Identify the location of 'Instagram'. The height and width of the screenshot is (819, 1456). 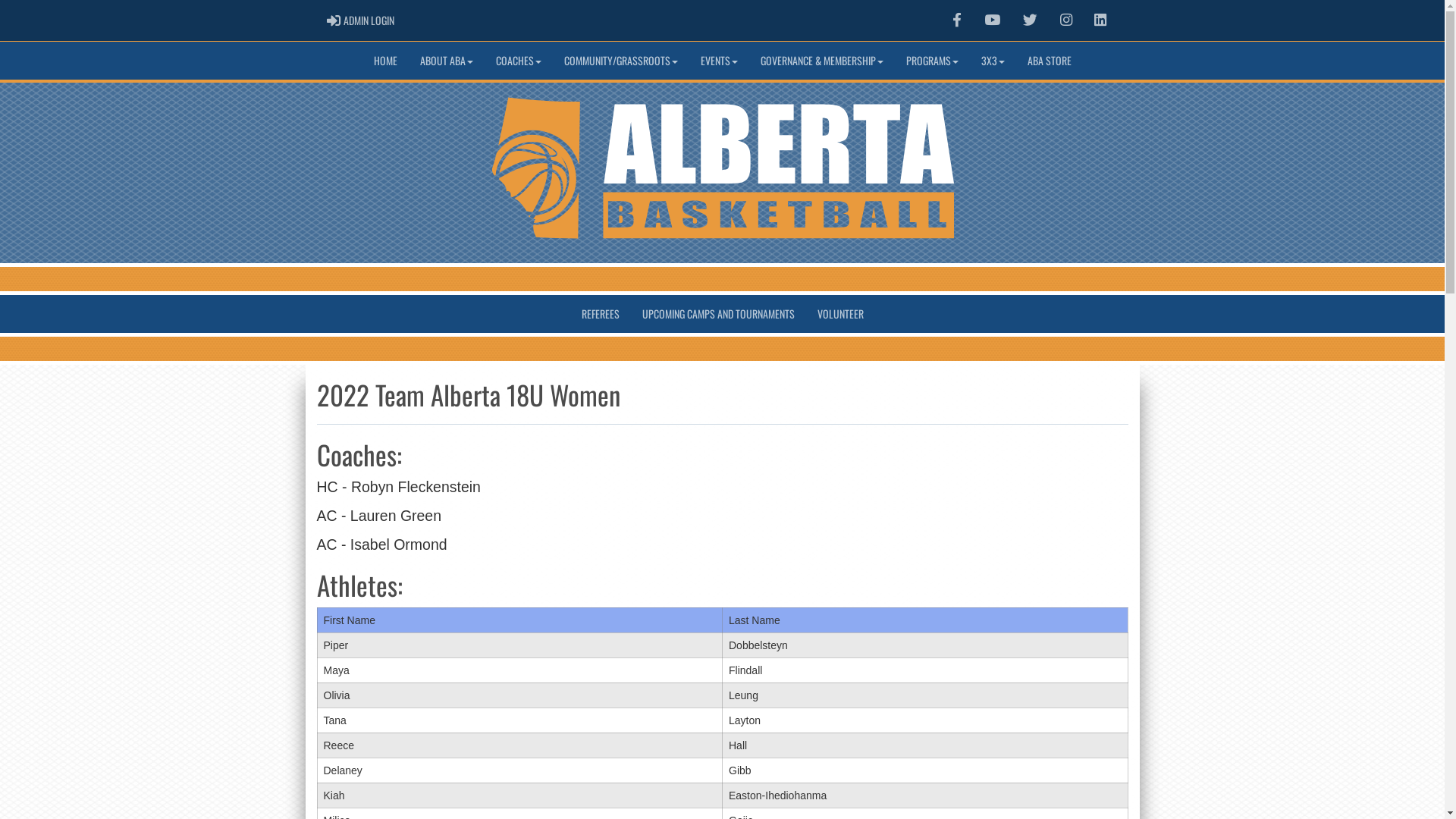
(1065, 20).